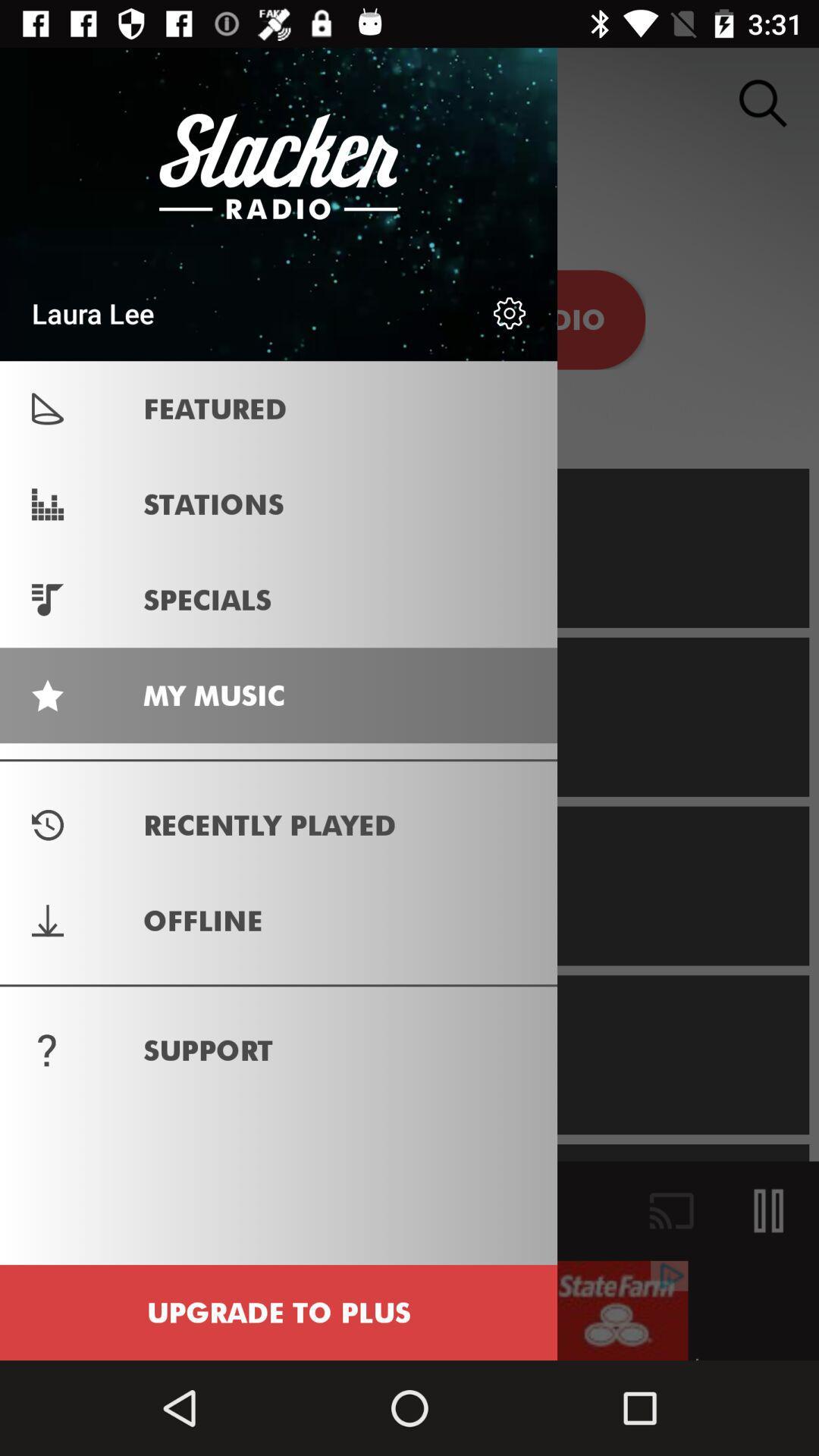  What do you see at coordinates (769, 1210) in the screenshot?
I see `the pause icon` at bounding box center [769, 1210].